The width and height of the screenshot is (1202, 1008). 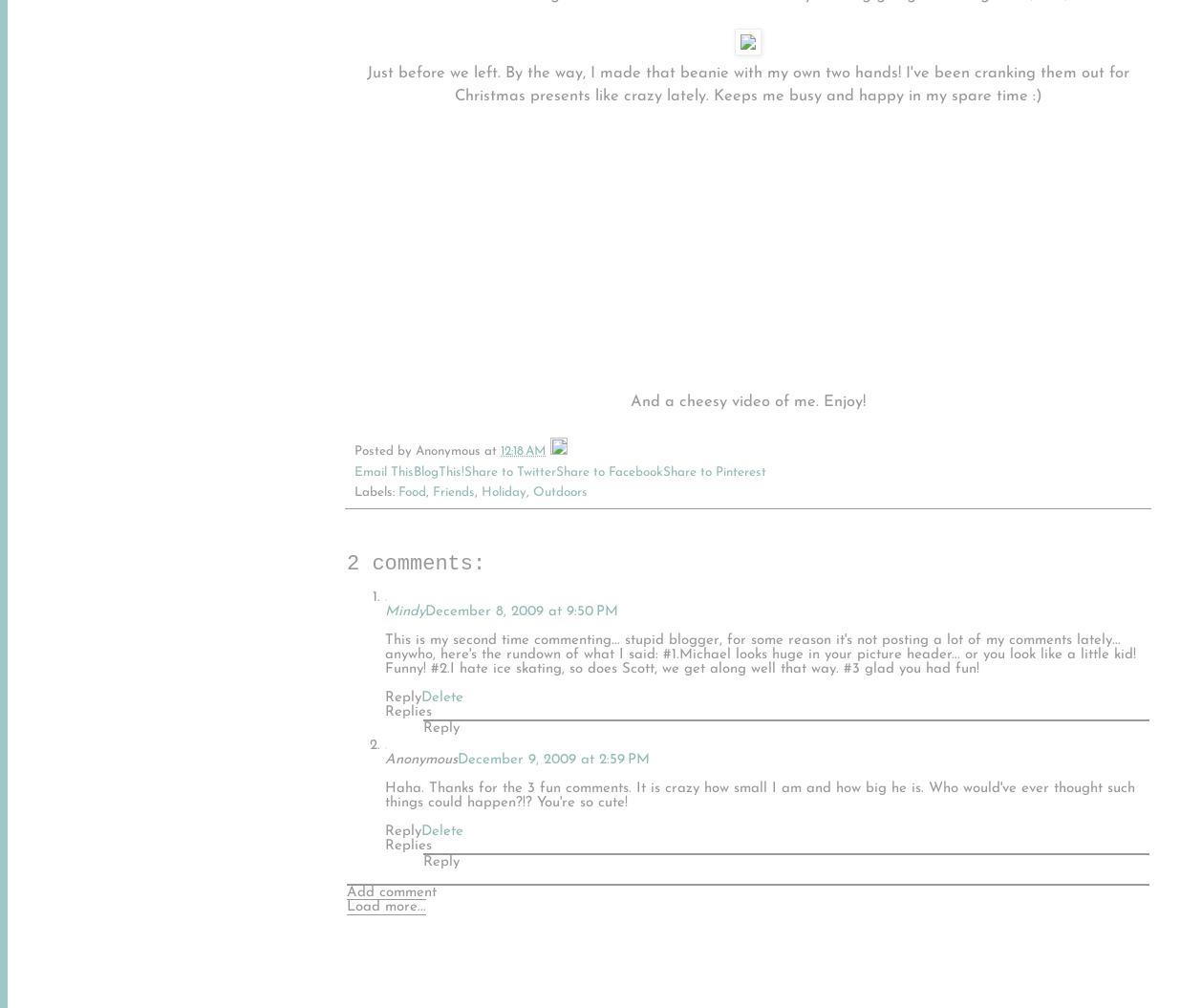 I want to click on 'Just before we left. By the way, I made that beanie with my own two hands! I've been cranking them out for Christmas presents like crazy lately. Keeps me busy and happy in my spare time :)', so click(x=747, y=83).